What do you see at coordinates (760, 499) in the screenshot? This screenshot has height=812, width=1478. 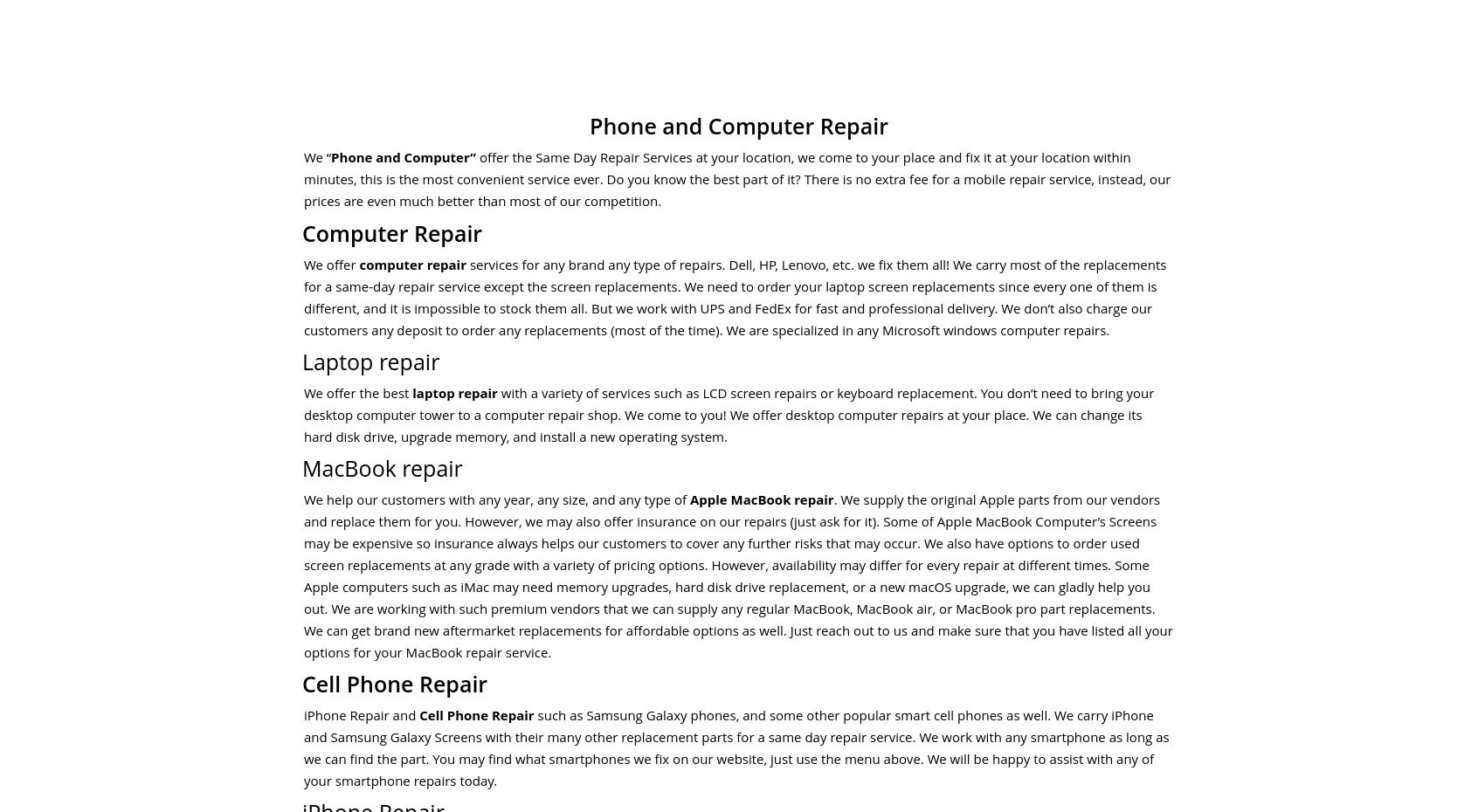 I see `'Apple MacBook repair'` at bounding box center [760, 499].